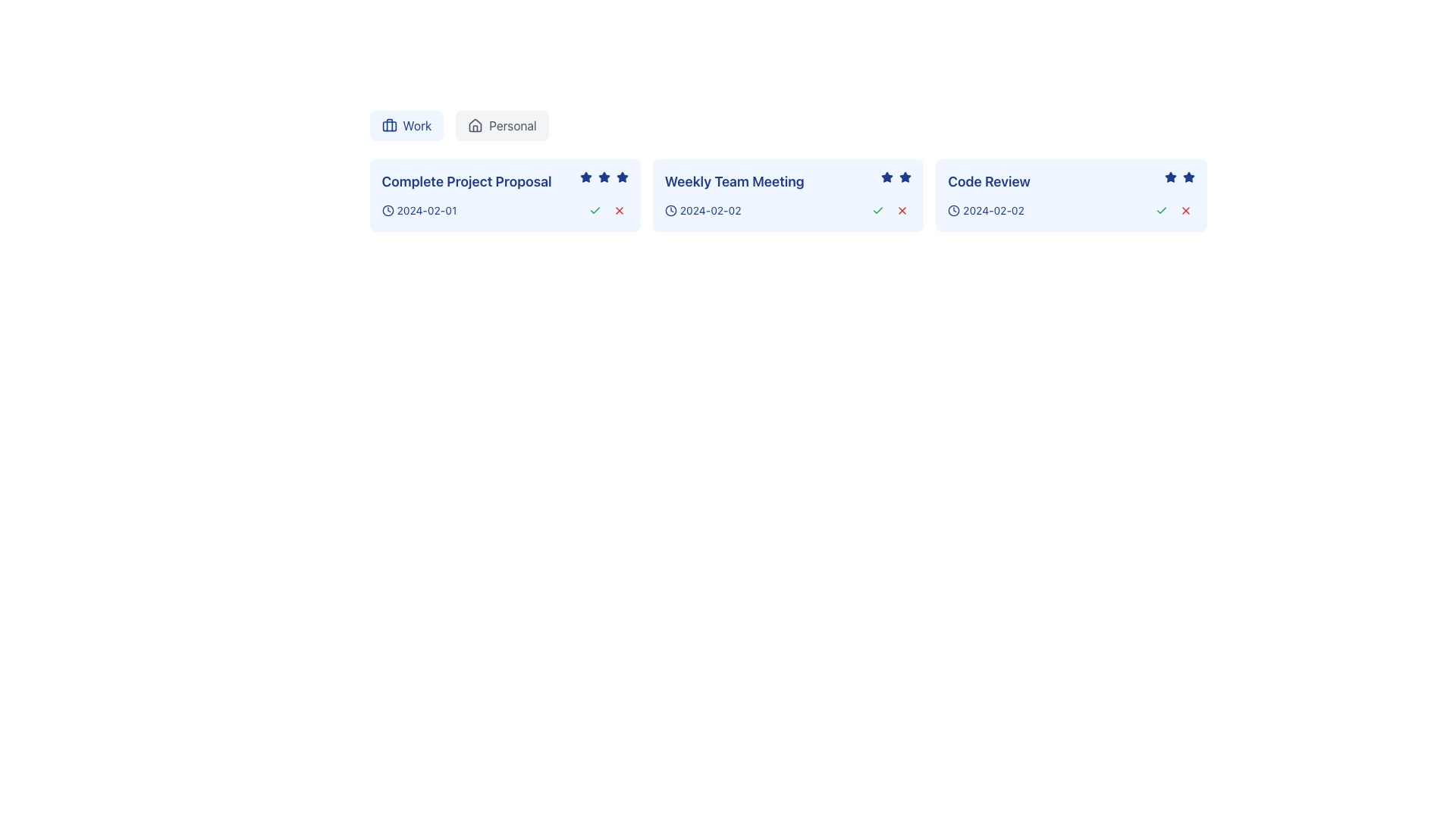 This screenshot has height=819, width=1456. Describe the element at coordinates (619, 210) in the screenshot. I see `the Icon button located in the 'Complete Project Proposal' card, which is adjacent to a green checkmark icon` at that location.